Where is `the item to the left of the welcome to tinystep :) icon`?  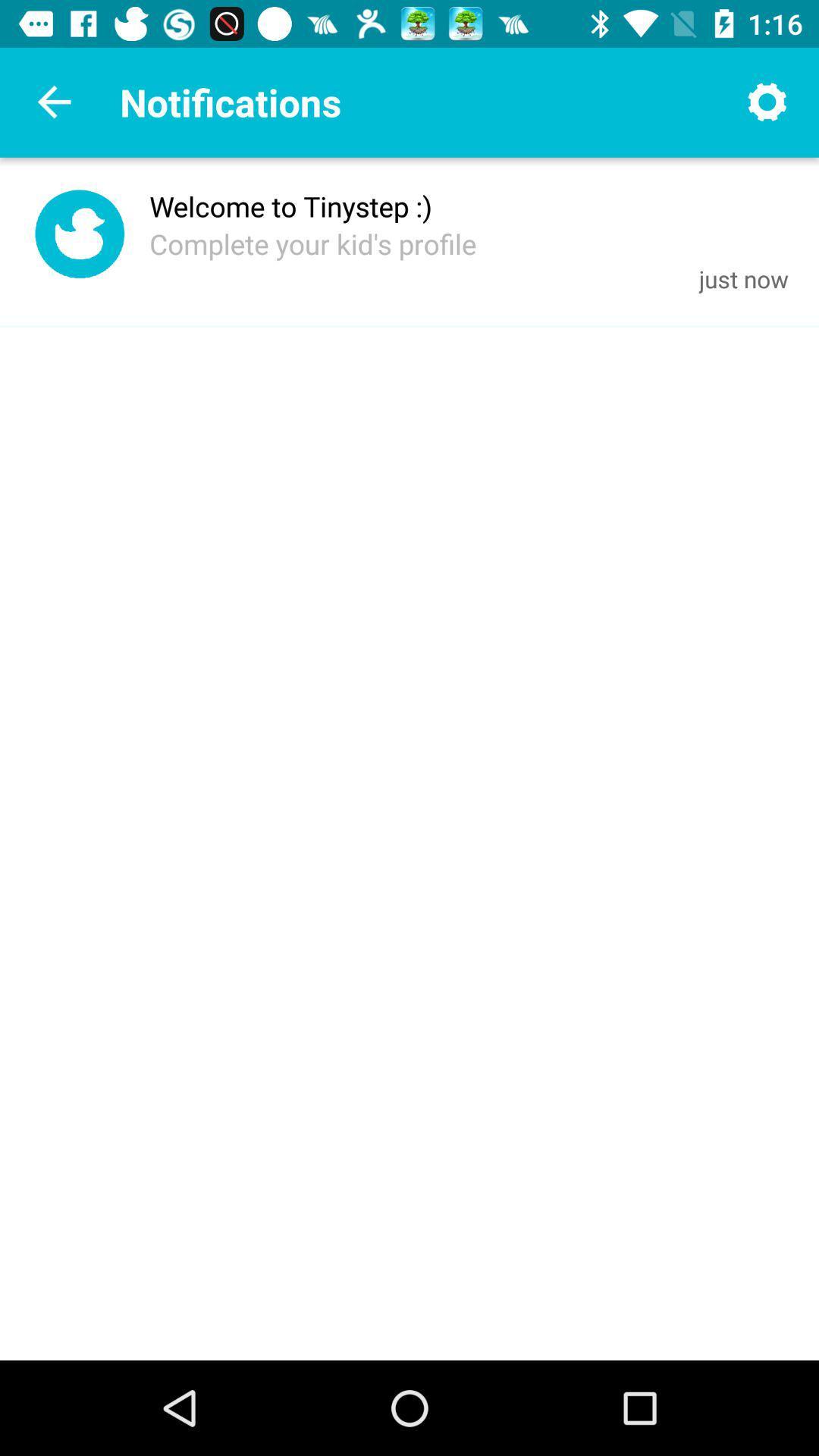
the item to the left of the welcome to tinystep :) icon is located at coordinates (80, 237).